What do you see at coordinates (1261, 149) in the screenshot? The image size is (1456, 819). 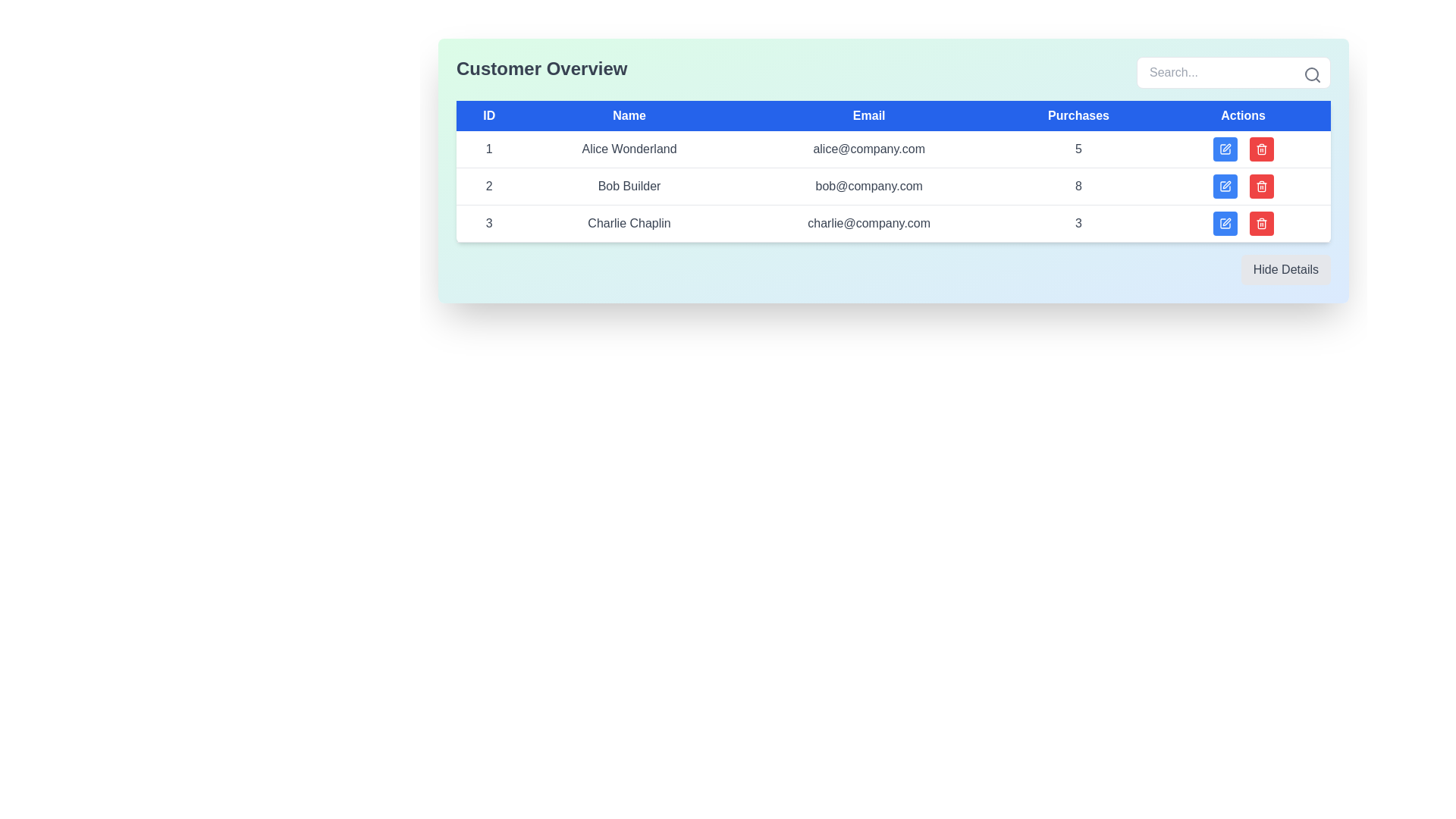 I see `the red trash icon button in the Actions column of the first row in the data table` at bounding box center [1261, 149].